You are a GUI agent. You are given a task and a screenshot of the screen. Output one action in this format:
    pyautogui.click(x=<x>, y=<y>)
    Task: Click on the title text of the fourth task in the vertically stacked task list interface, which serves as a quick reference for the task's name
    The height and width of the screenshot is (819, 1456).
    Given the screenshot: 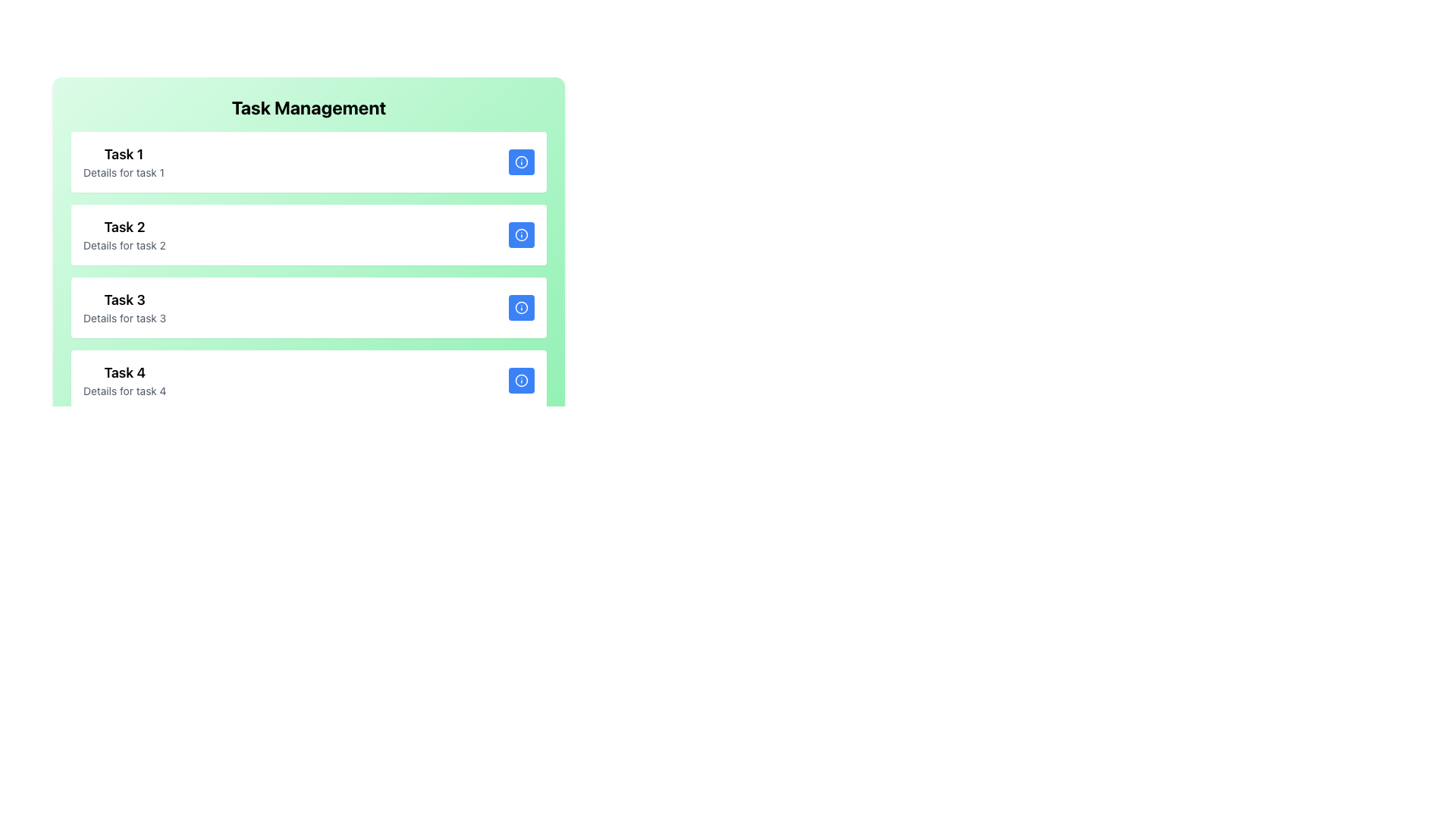 What is the action you would take?
    pyautogui.click(x=124, y=373)
    